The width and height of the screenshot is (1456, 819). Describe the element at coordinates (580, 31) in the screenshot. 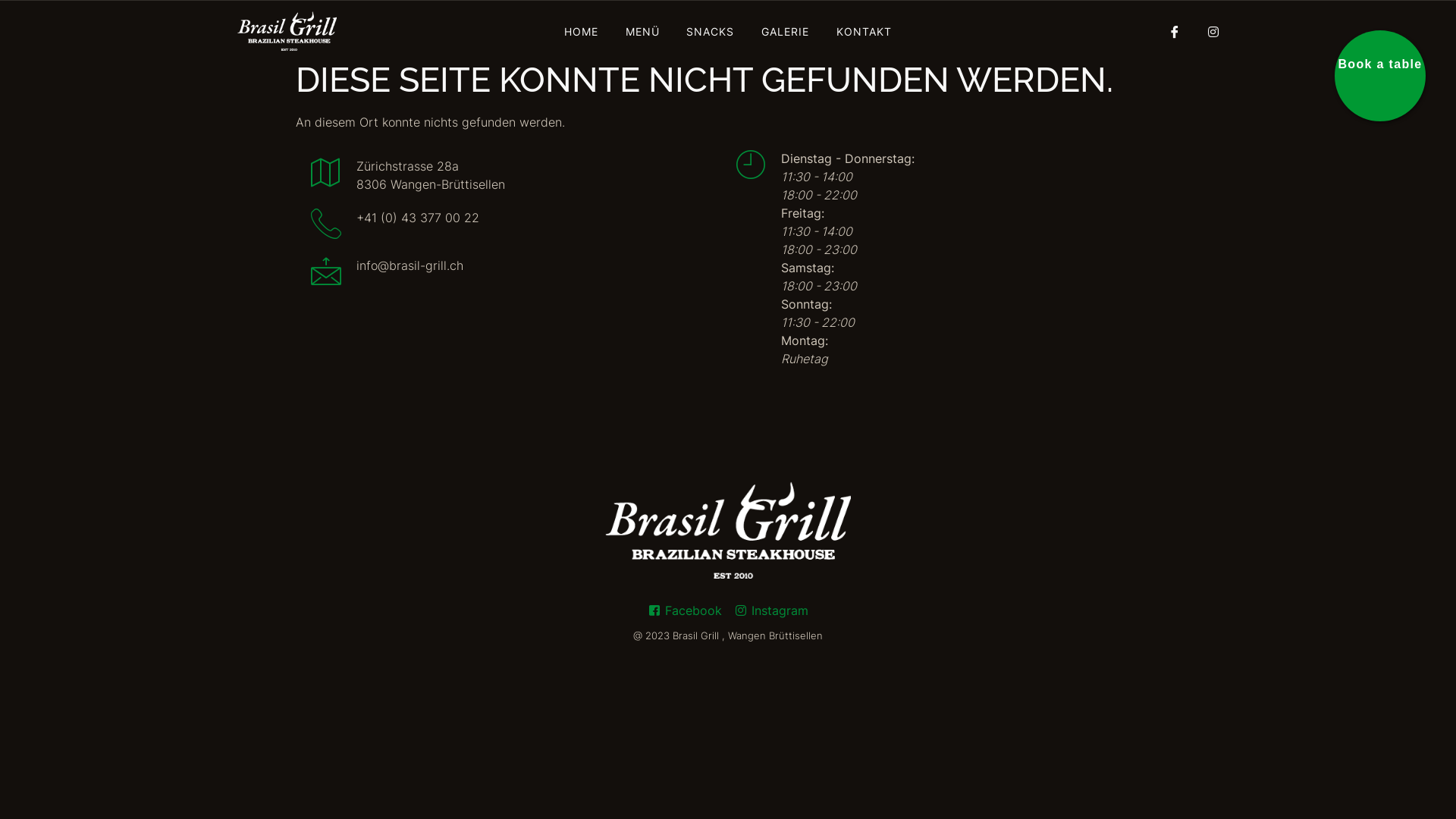

I see `'HOME'` at that location.